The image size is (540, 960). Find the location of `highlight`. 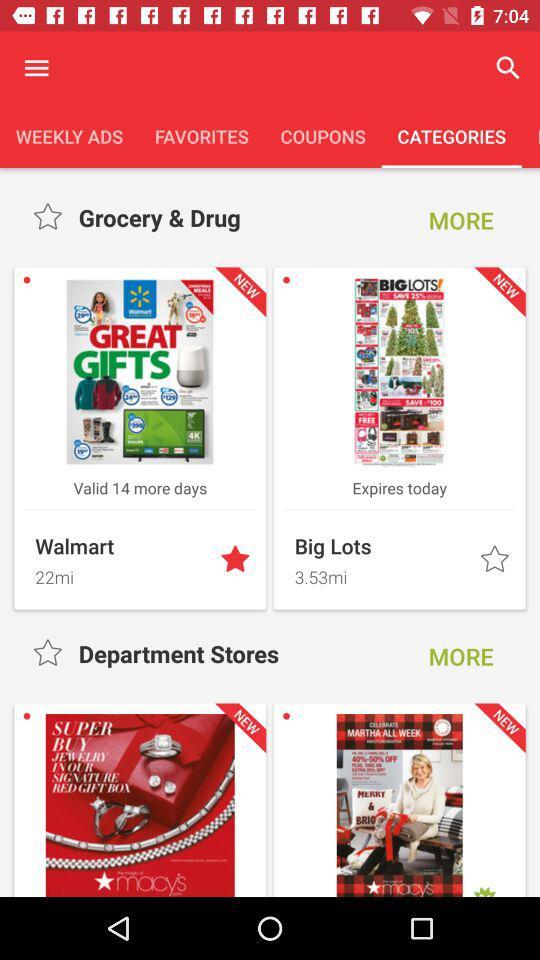

highlight is located at coordinates (237, 560).